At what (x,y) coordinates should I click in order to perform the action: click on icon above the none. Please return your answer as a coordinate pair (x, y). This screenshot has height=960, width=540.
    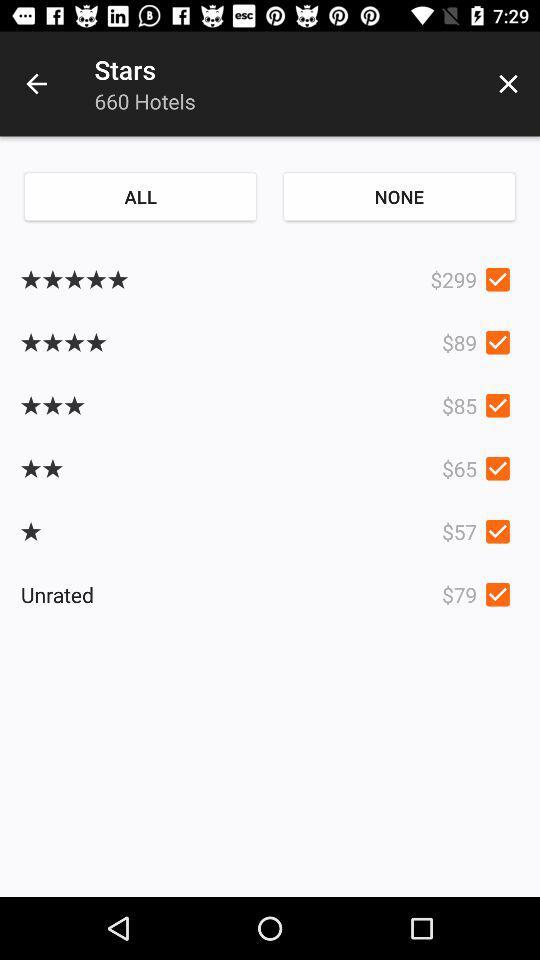
    Looking at the image, I should click on (508, 84).